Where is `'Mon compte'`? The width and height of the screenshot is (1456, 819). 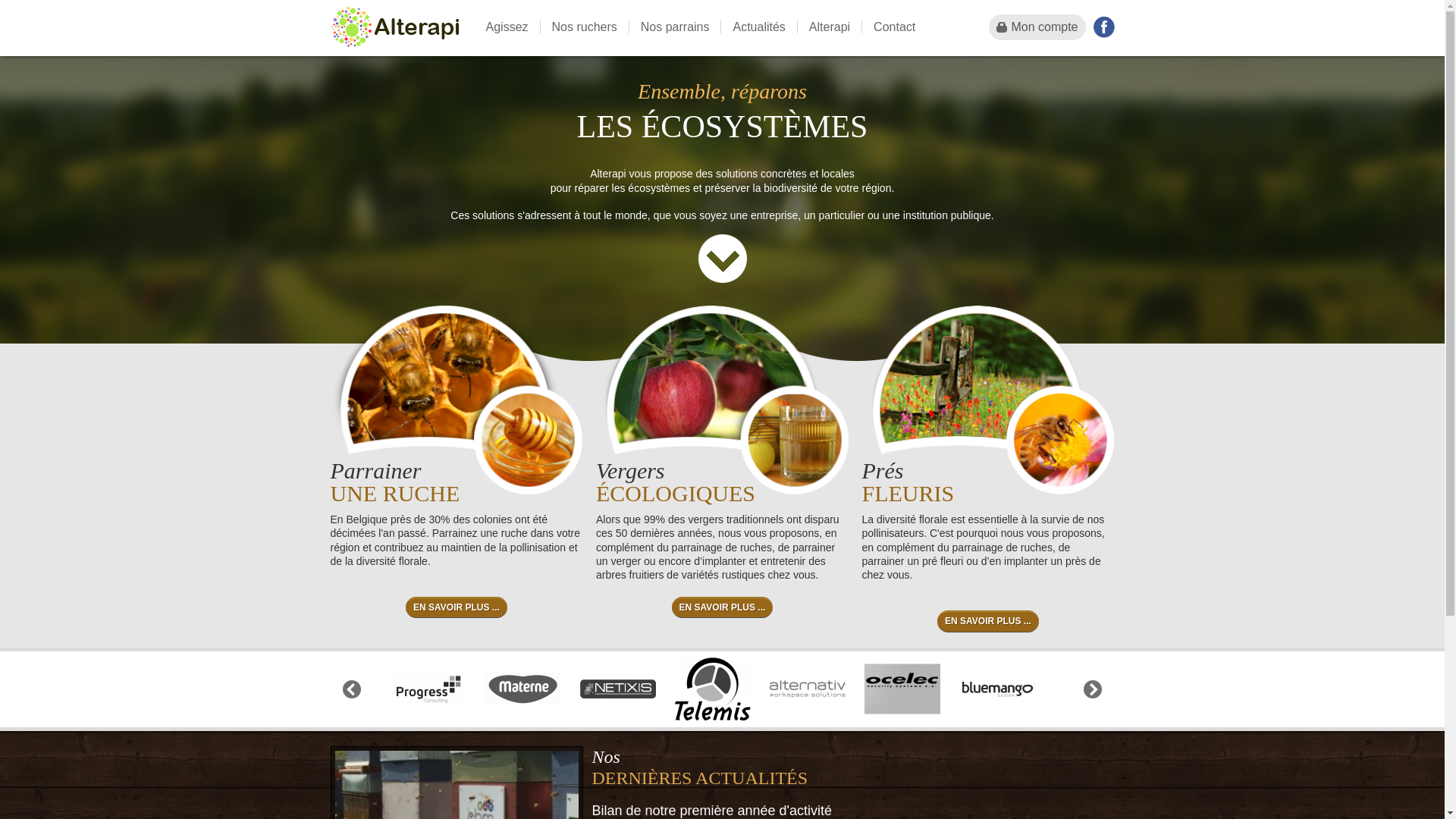 'Mon compte' is located at coordinates (989, 27).